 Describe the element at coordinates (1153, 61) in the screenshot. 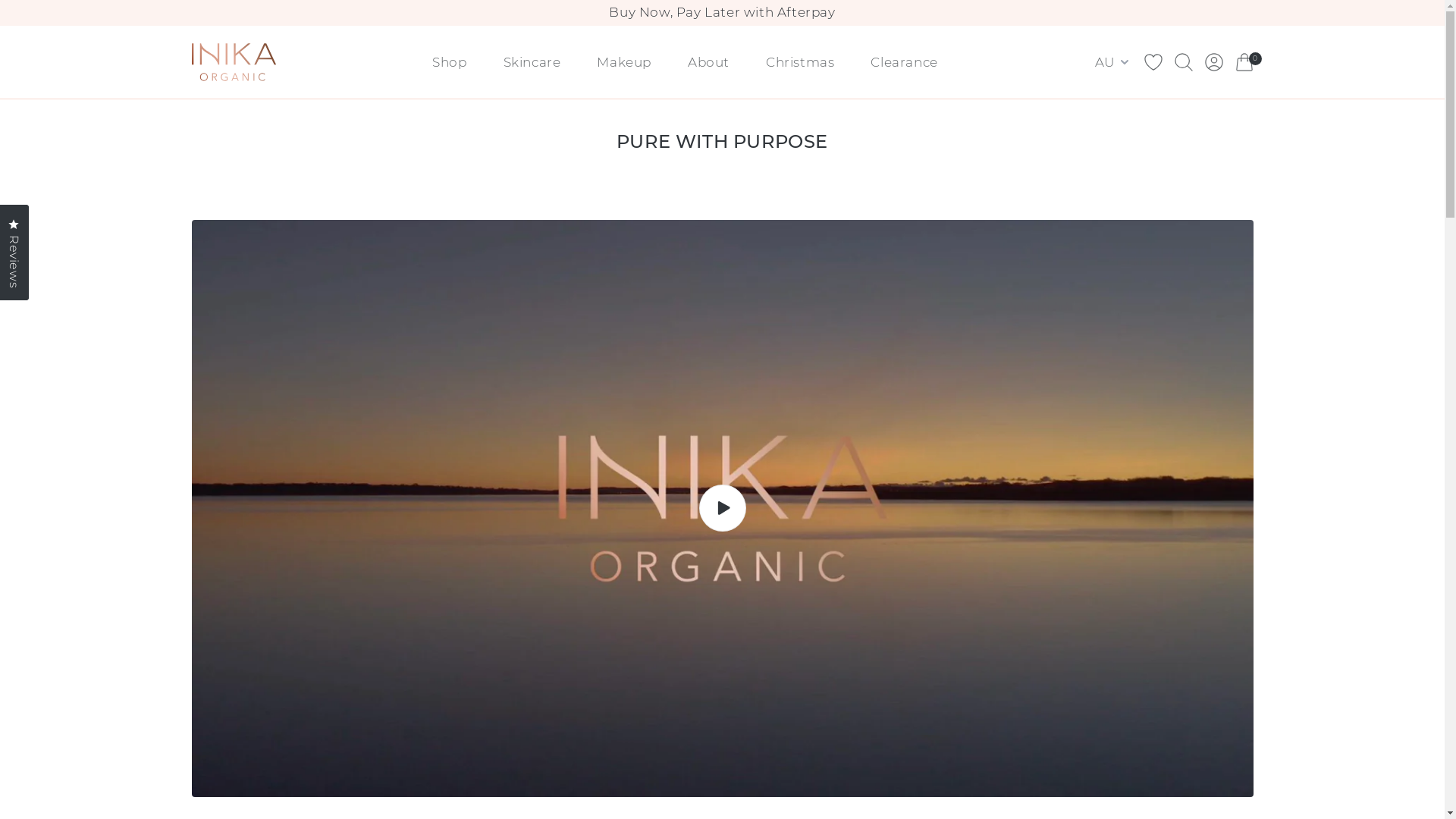

I see `'Wishlist Icon'` at that location.